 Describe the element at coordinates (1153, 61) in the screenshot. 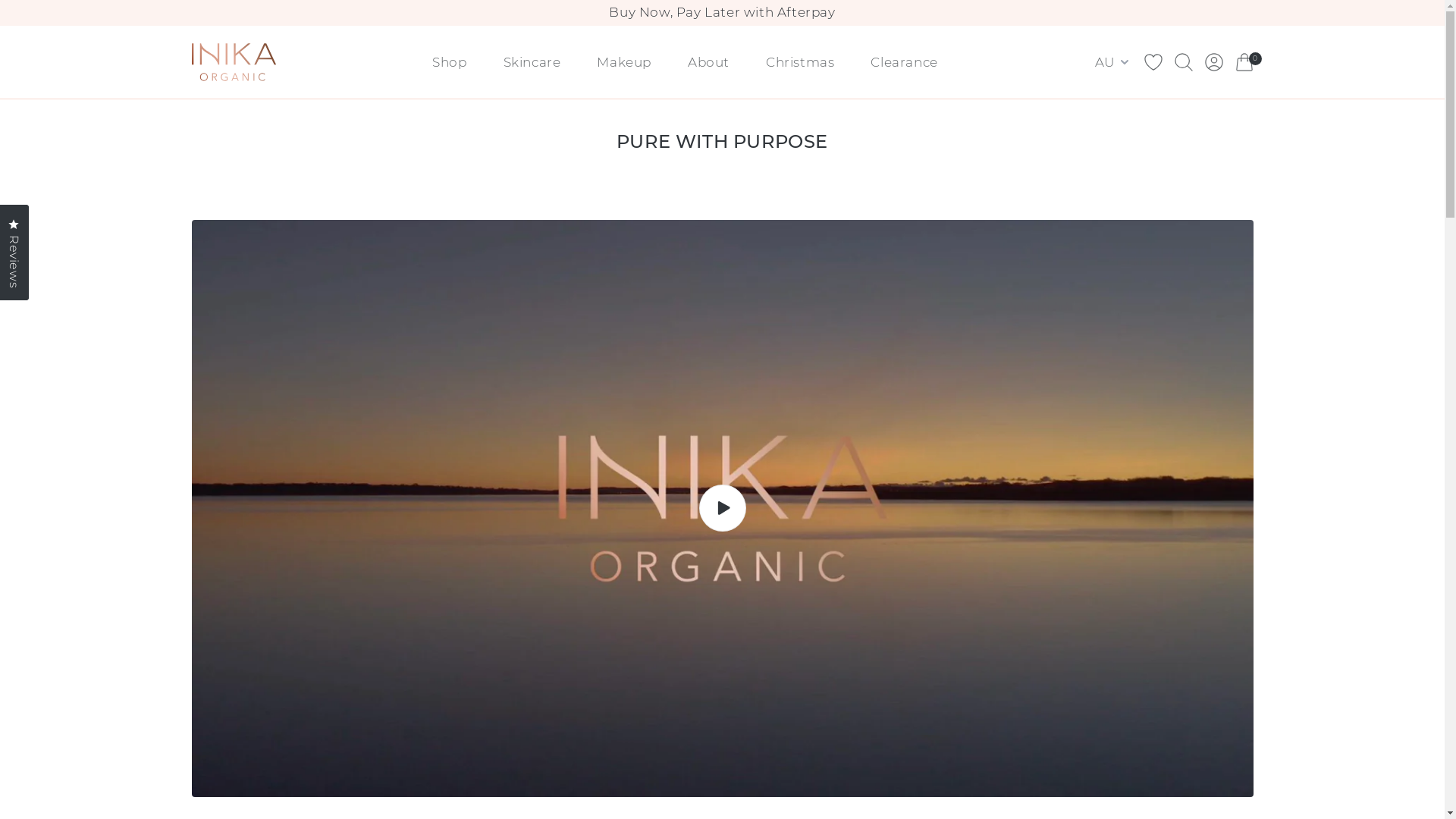

I see `'Wishlist Icon'` at that location.